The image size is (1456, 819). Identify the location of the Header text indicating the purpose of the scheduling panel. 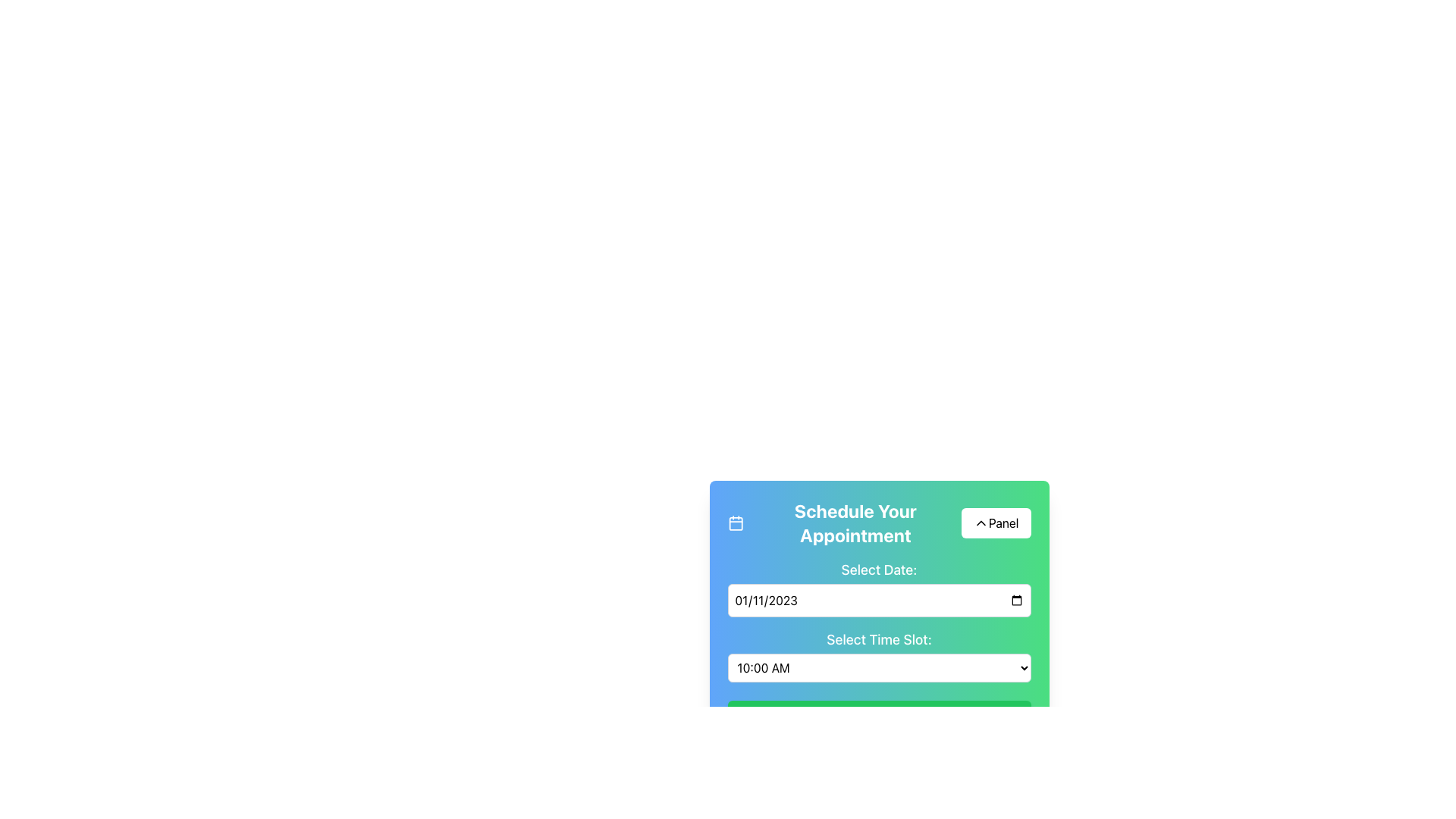
(843, 522).